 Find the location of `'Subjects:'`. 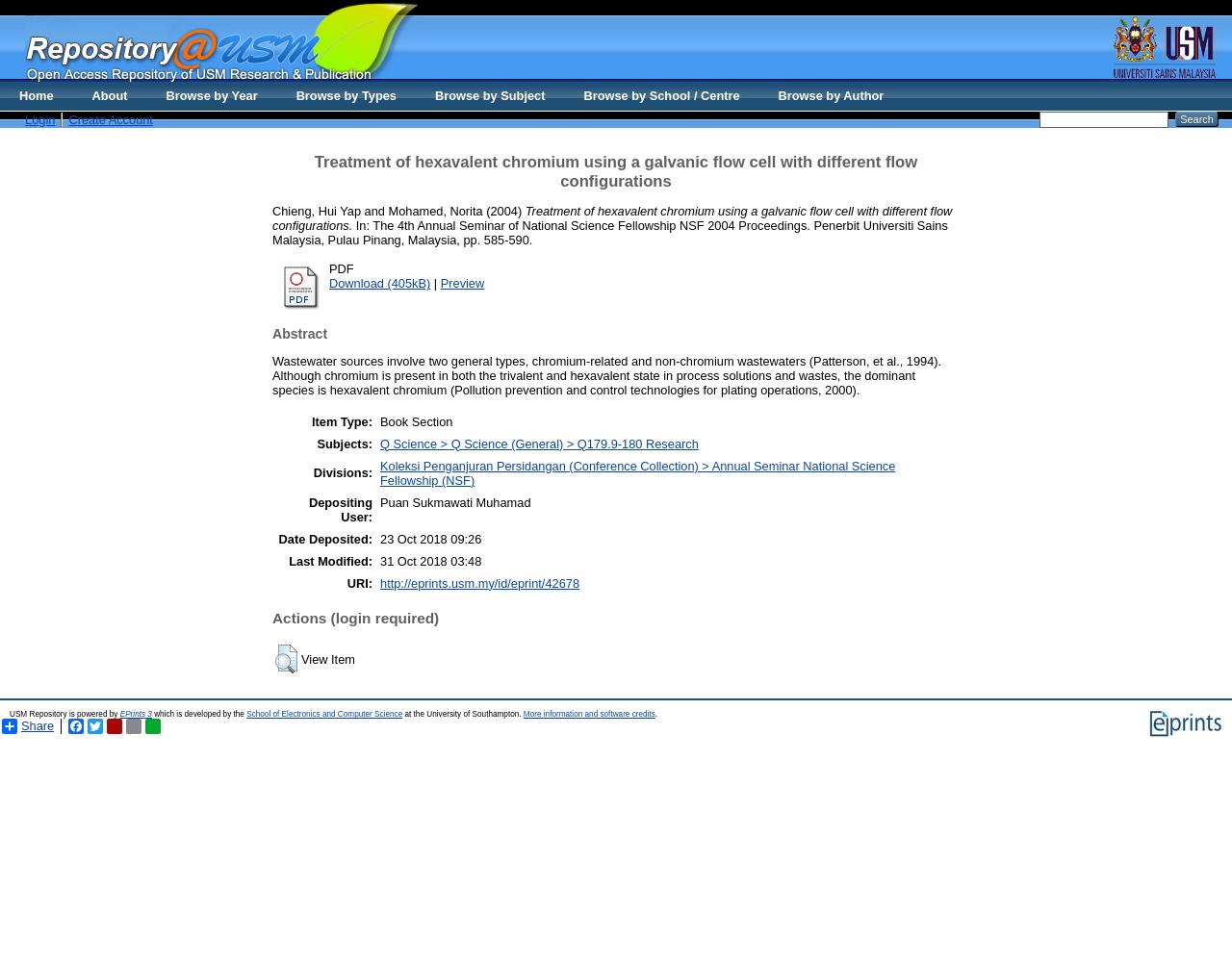

'Subjects:' is located at coordinates (345, 443).